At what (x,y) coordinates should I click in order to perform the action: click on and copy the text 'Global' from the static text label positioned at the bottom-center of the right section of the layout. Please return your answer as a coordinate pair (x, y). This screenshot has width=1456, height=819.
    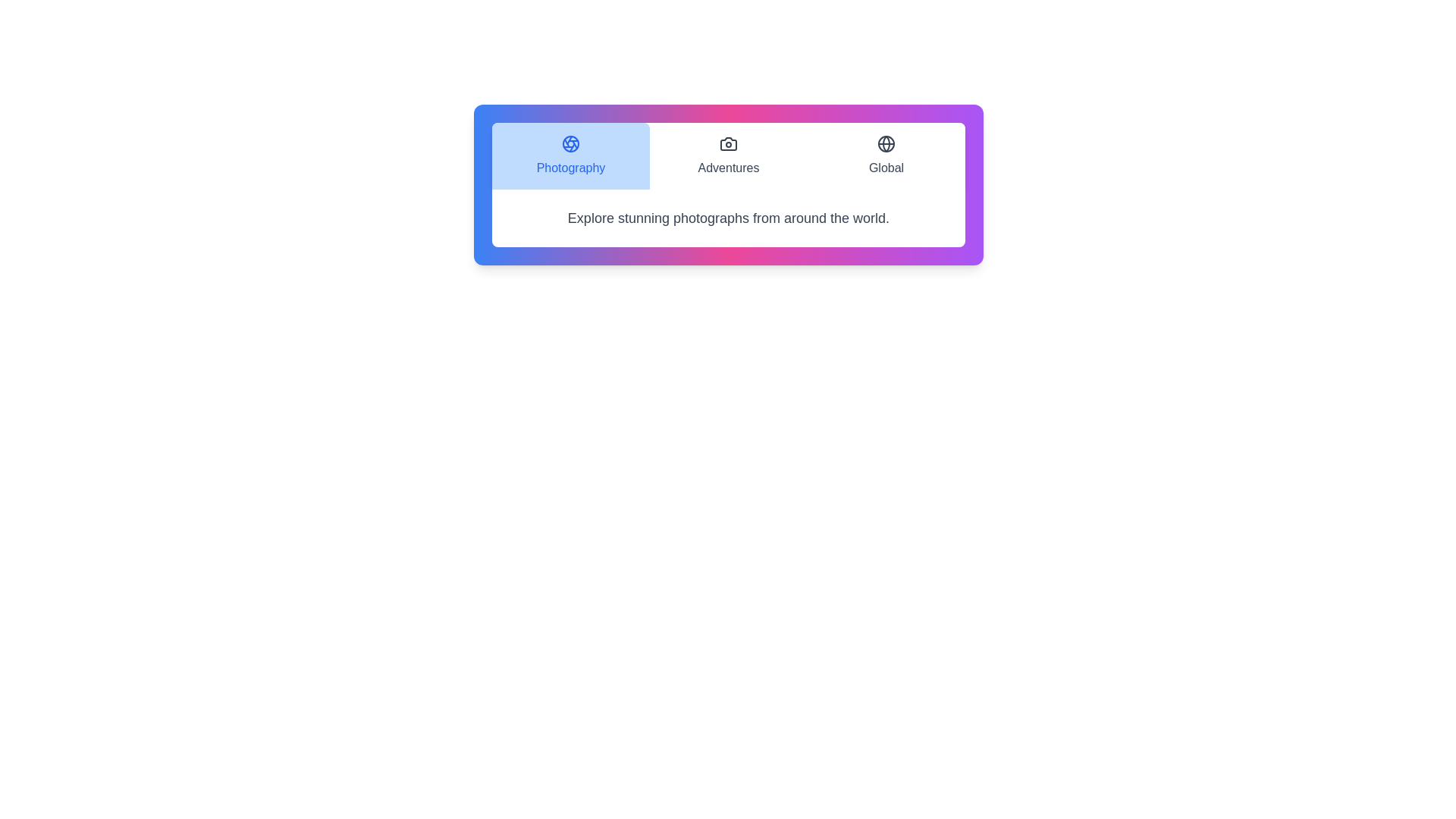
    Looking at the image, I should click on (886, 168).